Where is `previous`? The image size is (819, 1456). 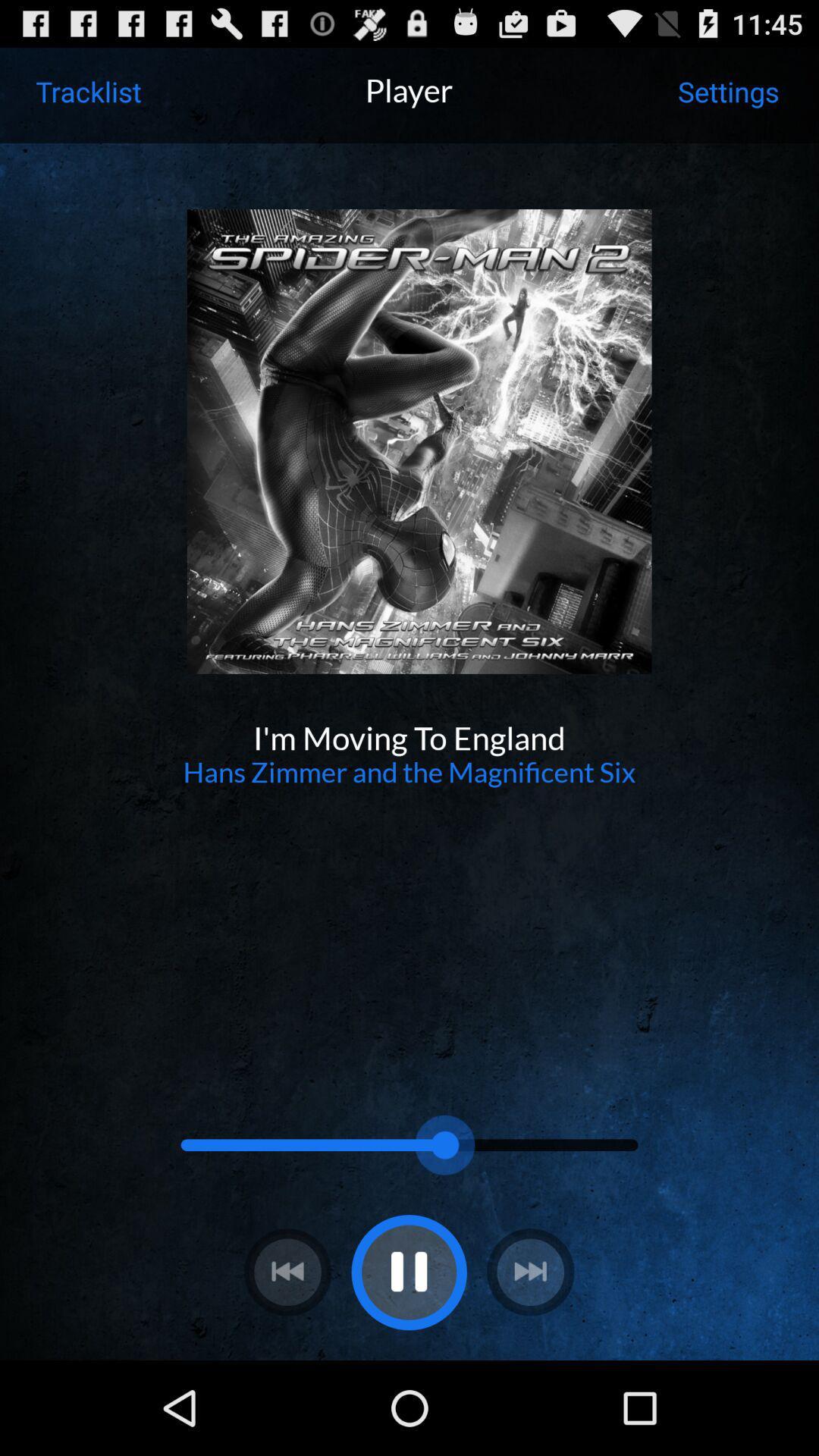 previous is located at coordinates (287, 1272).